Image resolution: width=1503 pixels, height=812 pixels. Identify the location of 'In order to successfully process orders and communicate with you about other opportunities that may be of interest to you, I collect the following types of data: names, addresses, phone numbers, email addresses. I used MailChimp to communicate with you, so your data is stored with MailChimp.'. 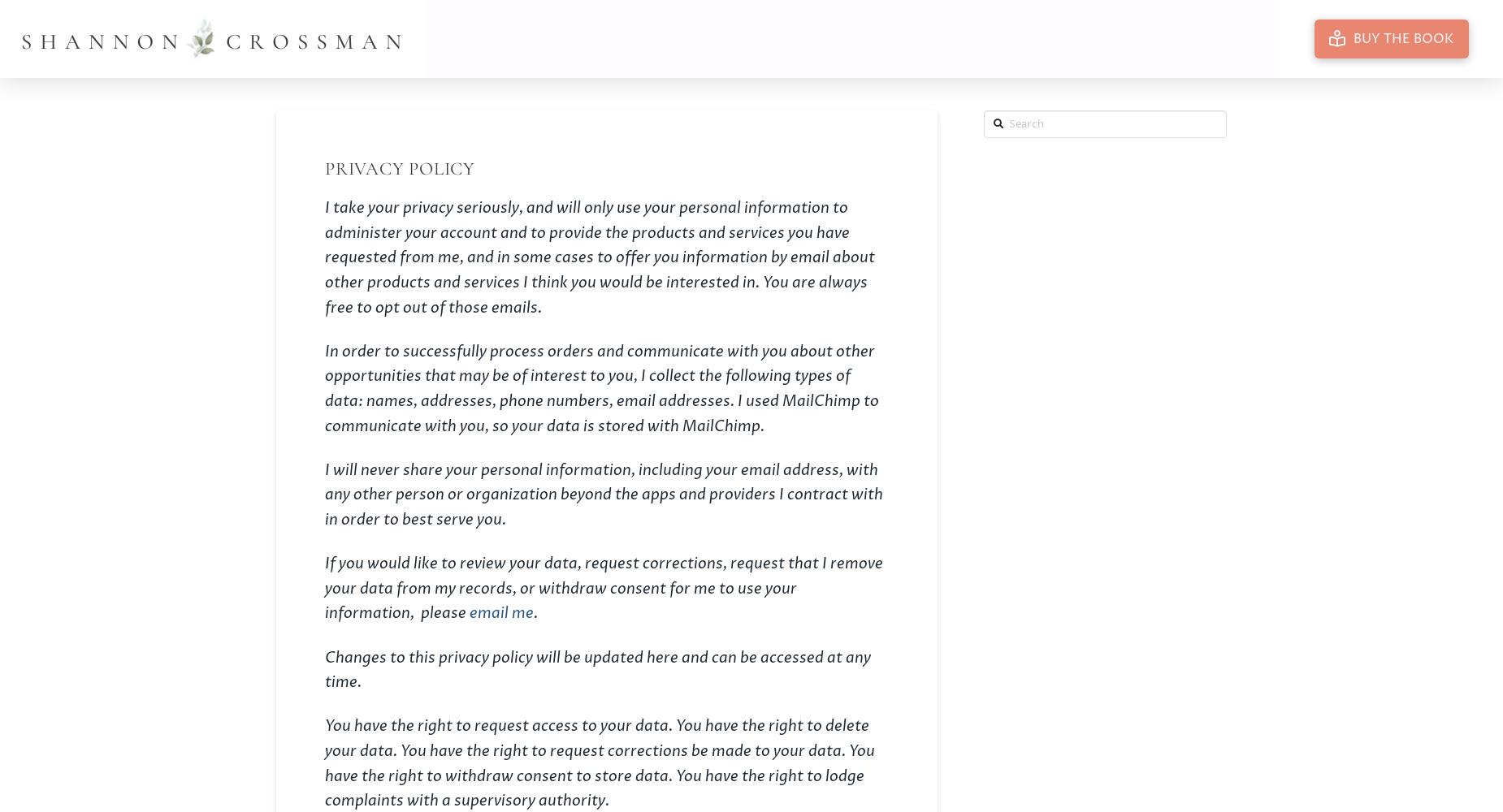
(323, 387).